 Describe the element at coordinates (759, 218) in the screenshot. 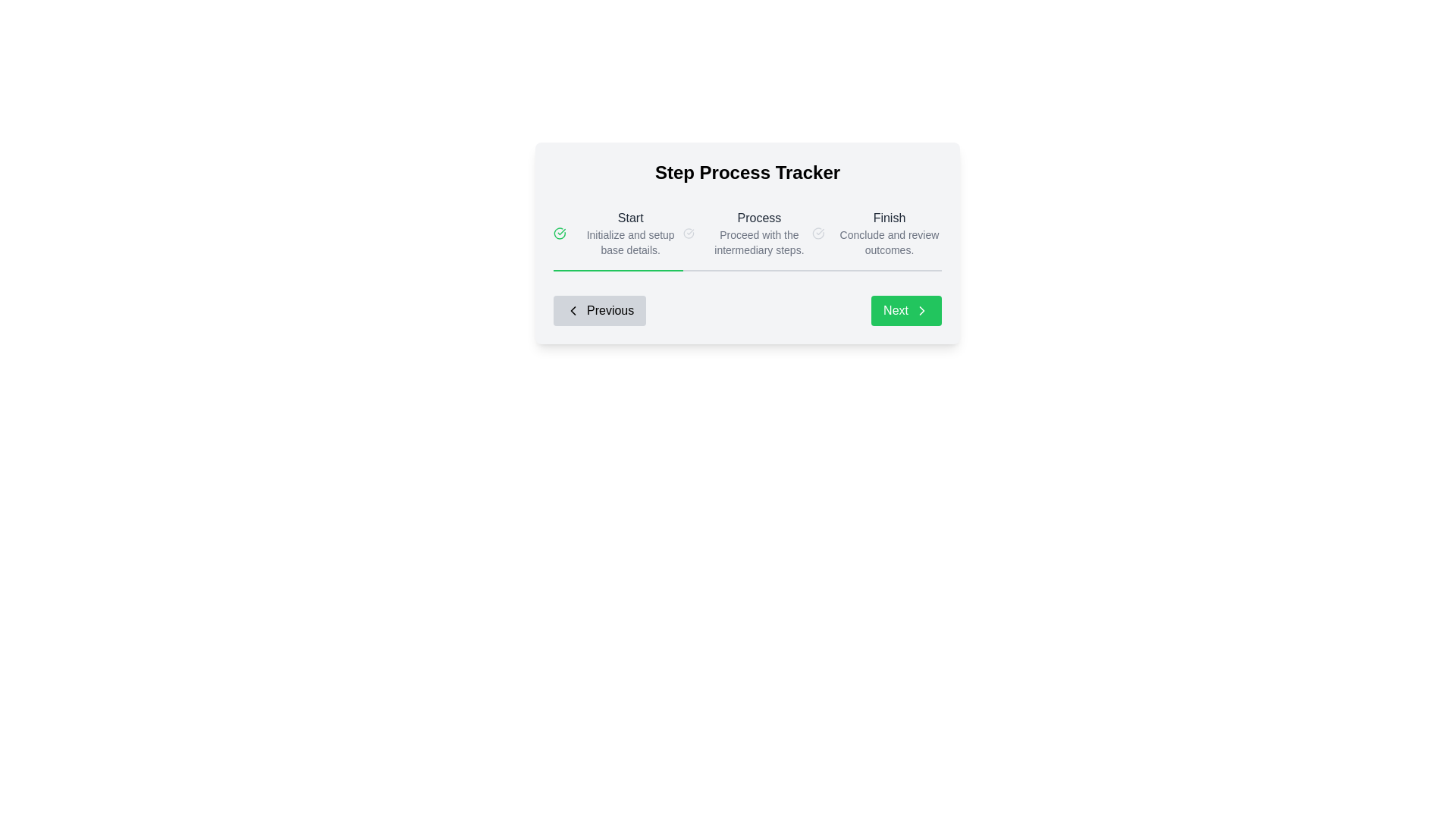

I see `the static label displaying the word 'Process' in dark gray color, which is centered in the step progression tracker layout` at that location.